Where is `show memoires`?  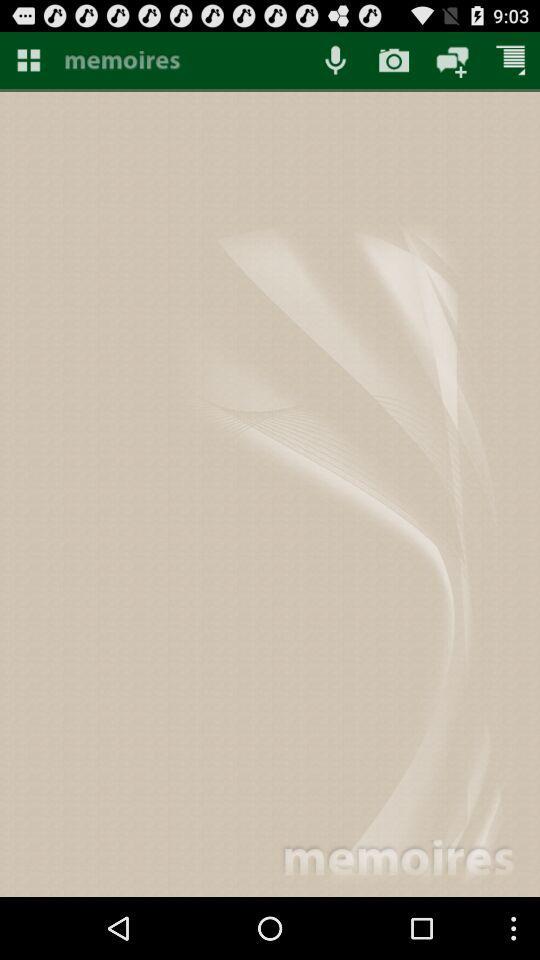
show memoires is located at coordinates (182, 61).